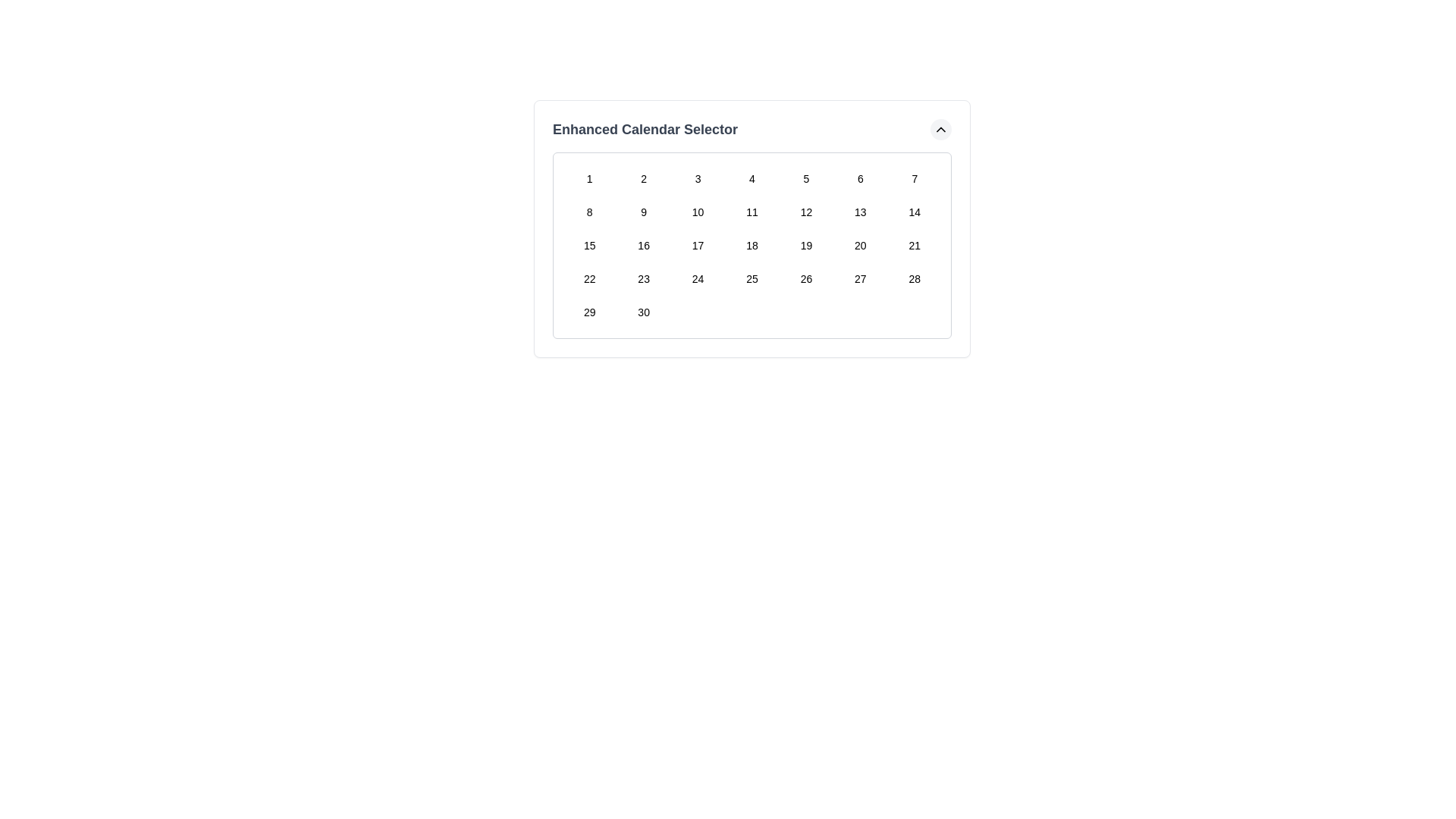 Image resolution: width=1456 pixels, height=819 pixels. Describe the element at coordinates (805, 212) in the screenshot. I see `the interactive calendar day selector button labeled '12'` at that location.